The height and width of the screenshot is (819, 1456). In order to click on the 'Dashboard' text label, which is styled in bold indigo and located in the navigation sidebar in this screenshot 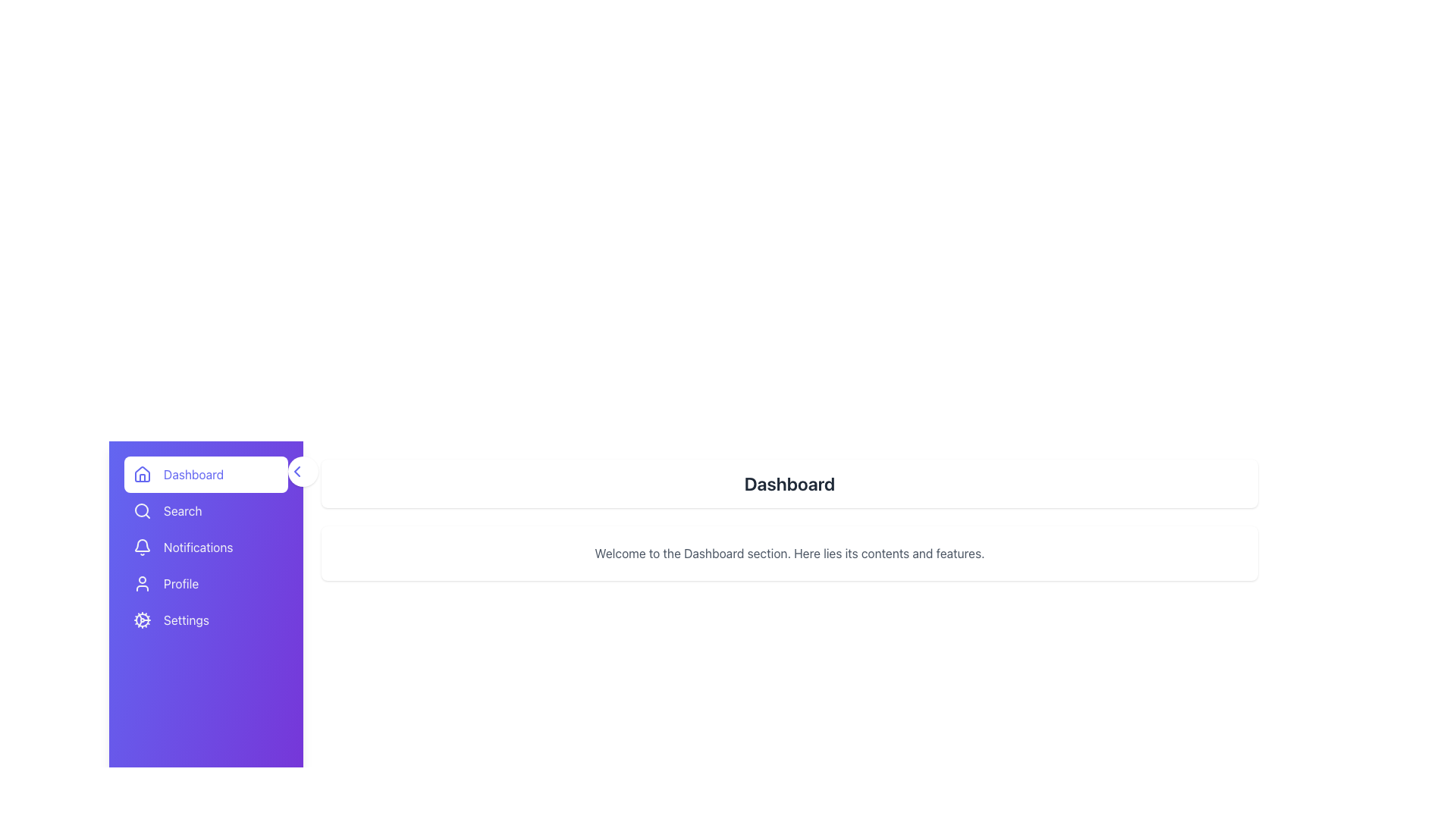, I will do `click(193, 473)`.